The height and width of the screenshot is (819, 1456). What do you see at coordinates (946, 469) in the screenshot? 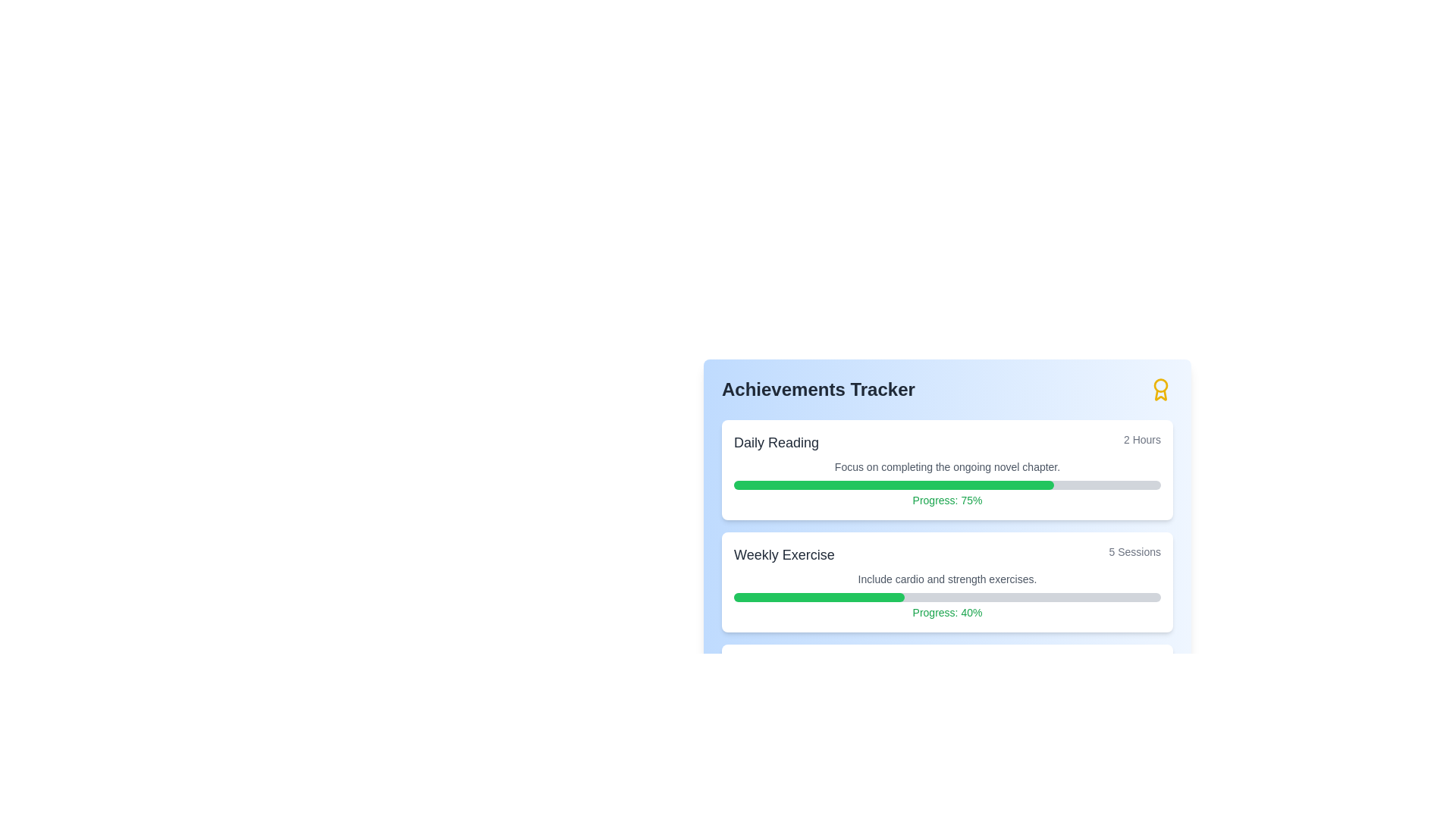
I see `the progress bar of the 'Daily Reading' informational card located in the 'Achievements Tracker' section, which is the first card in a vertical list` at bounding box center [946, 469].